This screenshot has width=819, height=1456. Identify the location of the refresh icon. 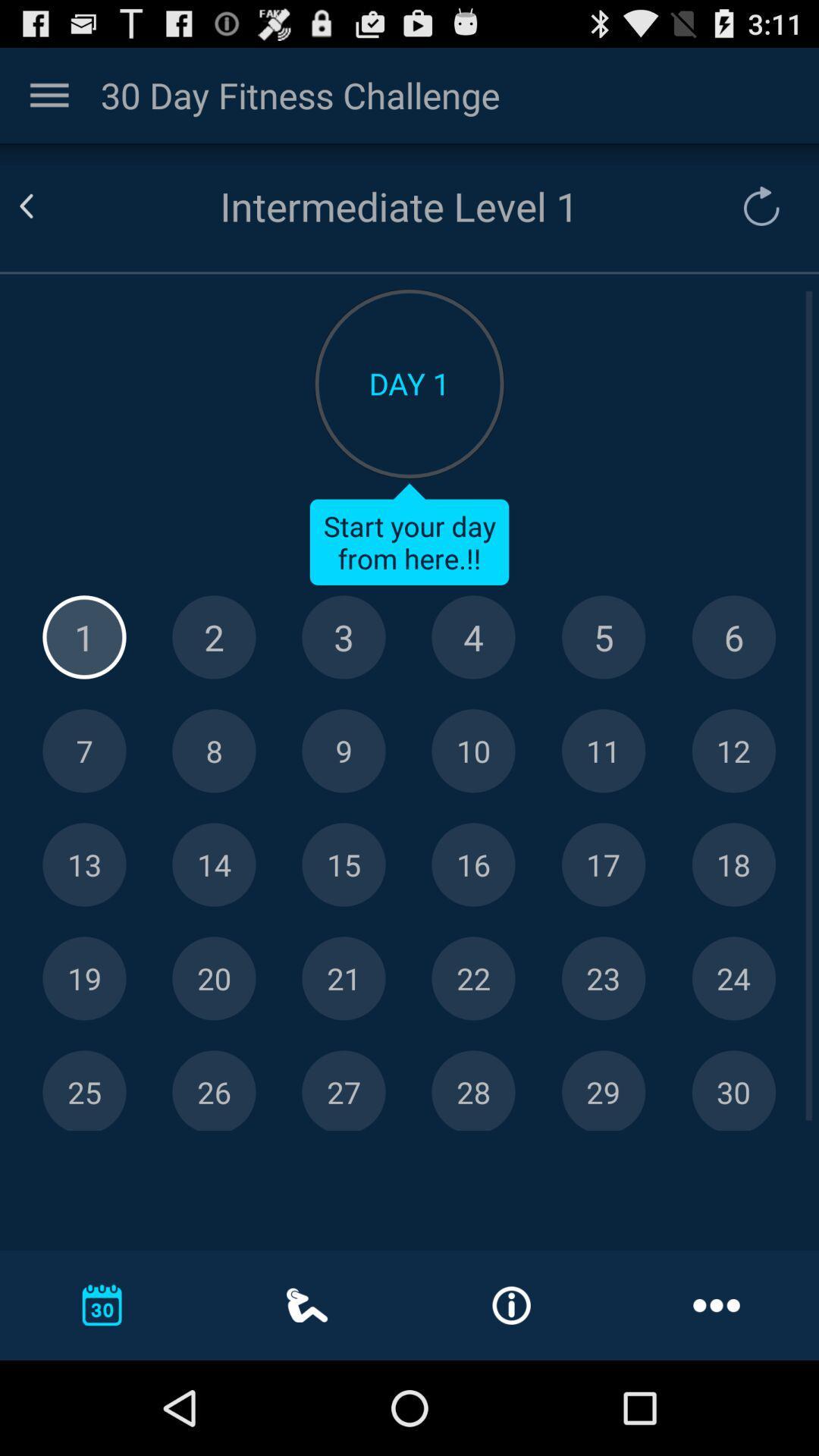
(754, 220).